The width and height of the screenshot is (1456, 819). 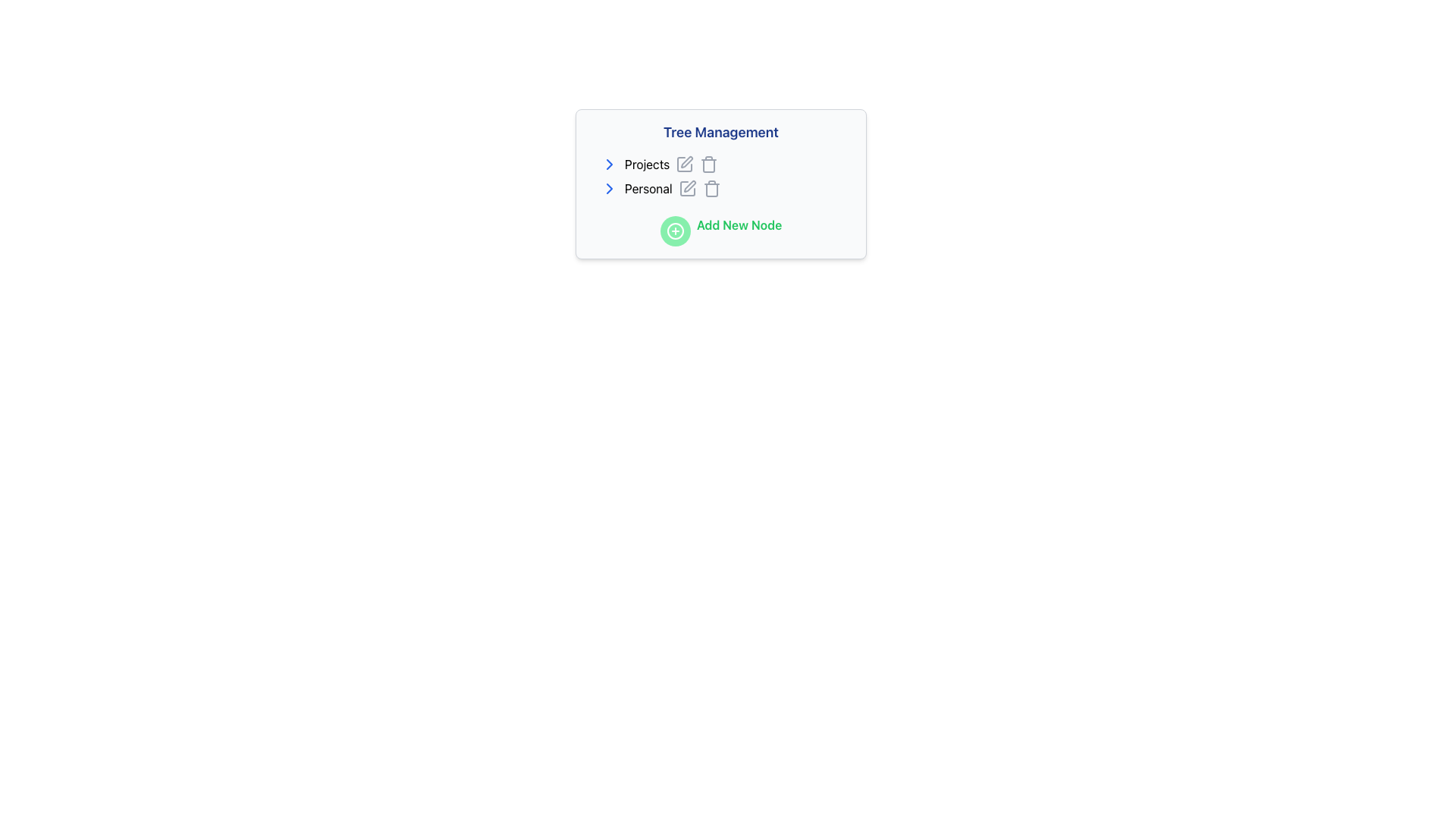 I want to click on the delete icon located to the right of the 'Projects' text in the tree management interface to initiate the deletion action, so click(x=708, y=164).